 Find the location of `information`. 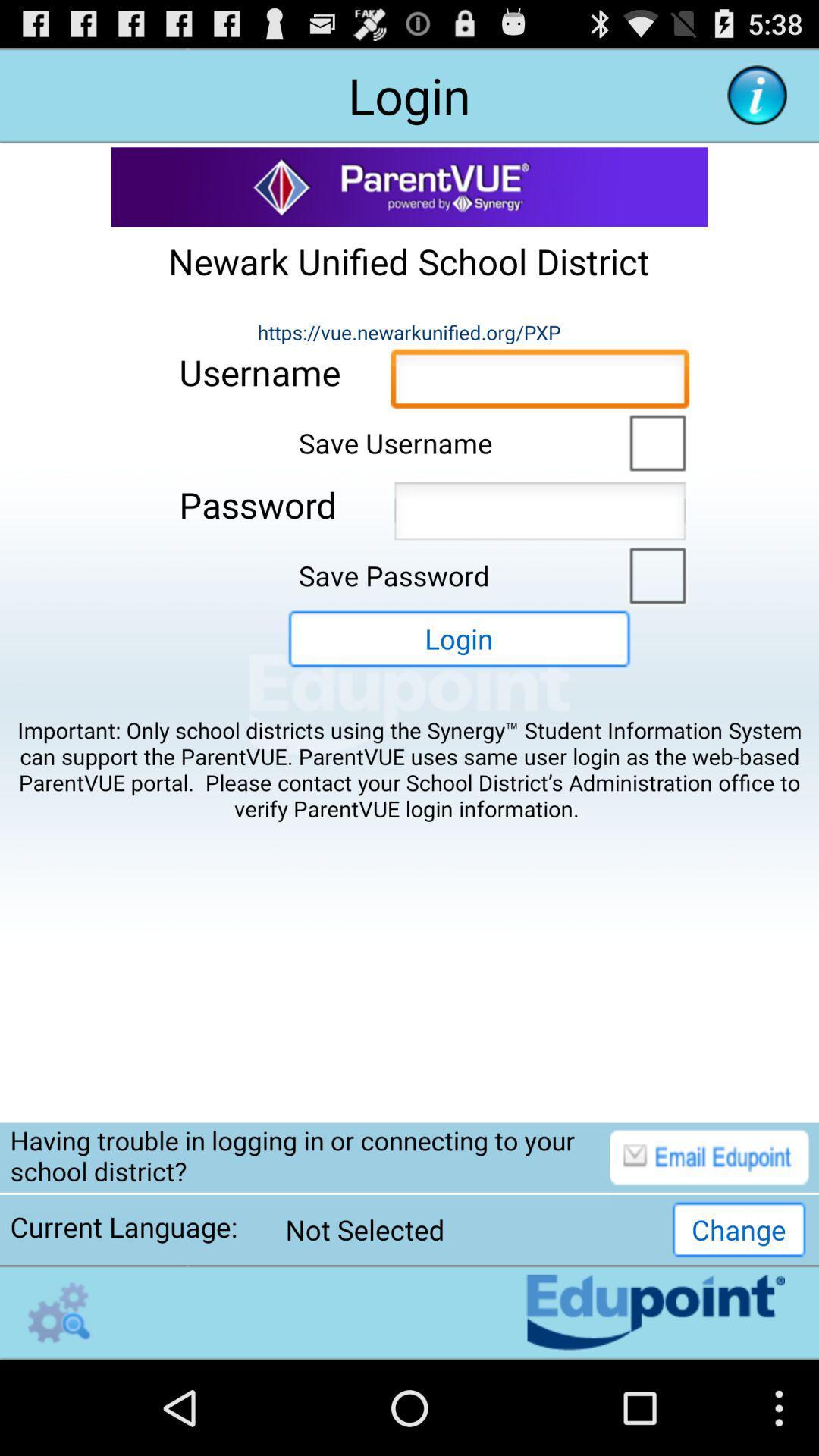

information is located at coordinates (757, 94).